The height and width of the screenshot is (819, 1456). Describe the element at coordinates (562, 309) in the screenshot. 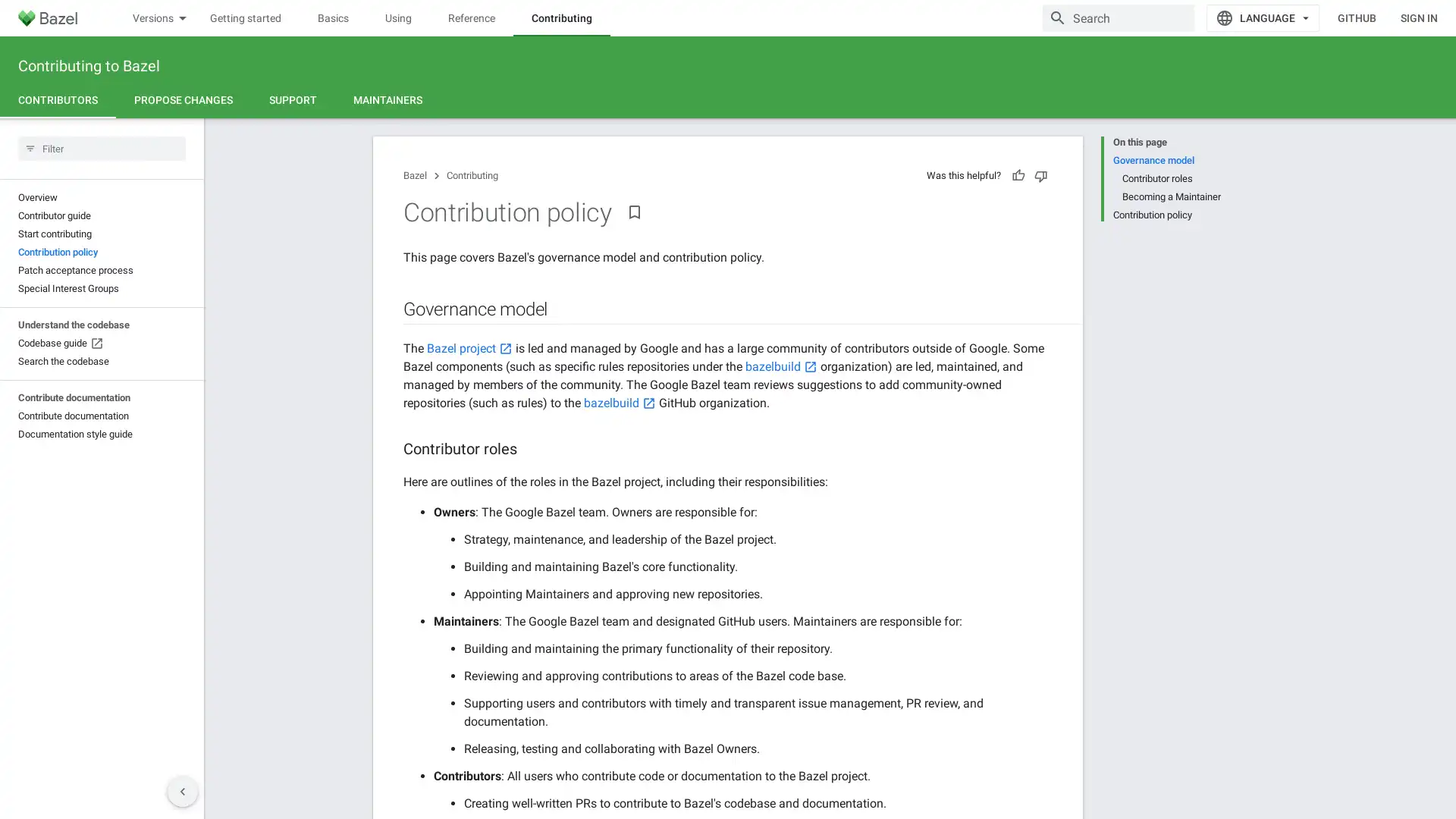

I see `Copy link to this section: Governance model` at that location.